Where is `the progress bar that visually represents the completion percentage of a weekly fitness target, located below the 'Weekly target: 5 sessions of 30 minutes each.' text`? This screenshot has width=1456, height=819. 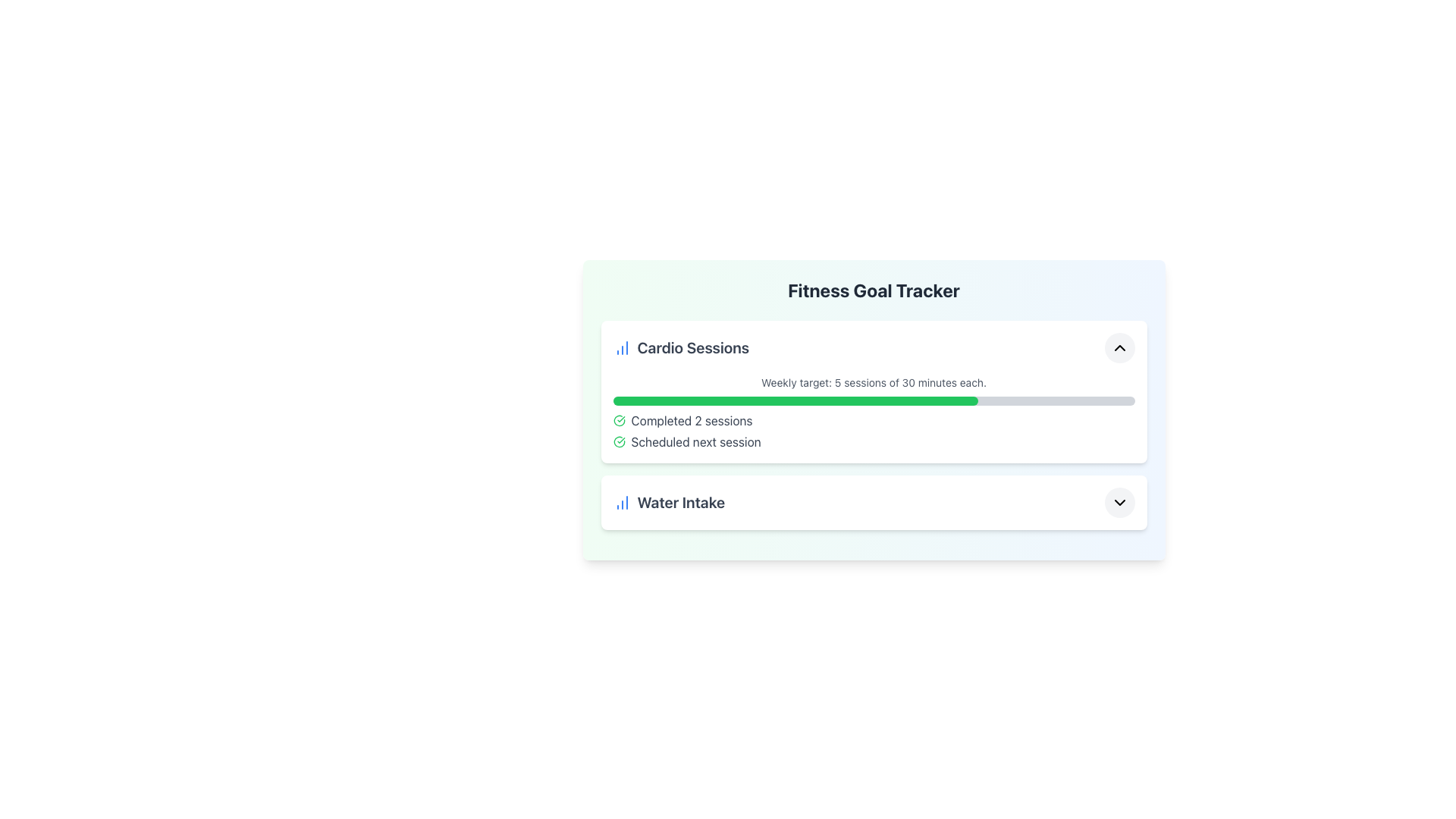 the progress bar that visually represents the completion percentage of a weekly fitness target, located below the 'Weekly target: 5 sessions of 30 minutes each.' text is located at coordinates (874, 400).